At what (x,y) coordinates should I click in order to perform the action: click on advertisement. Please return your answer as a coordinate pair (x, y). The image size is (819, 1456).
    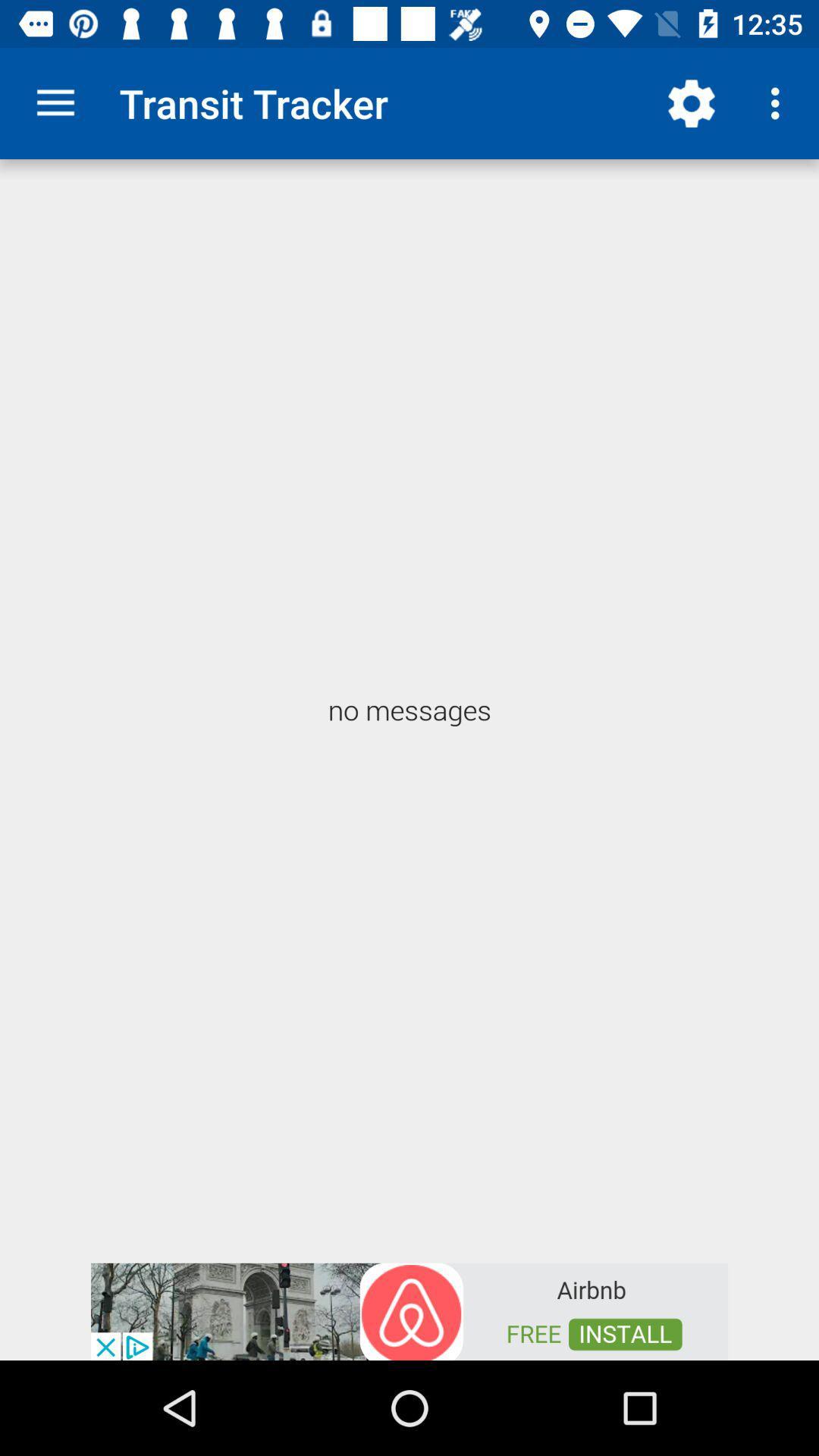
    Looking at the image, I should click on (409, 1310).